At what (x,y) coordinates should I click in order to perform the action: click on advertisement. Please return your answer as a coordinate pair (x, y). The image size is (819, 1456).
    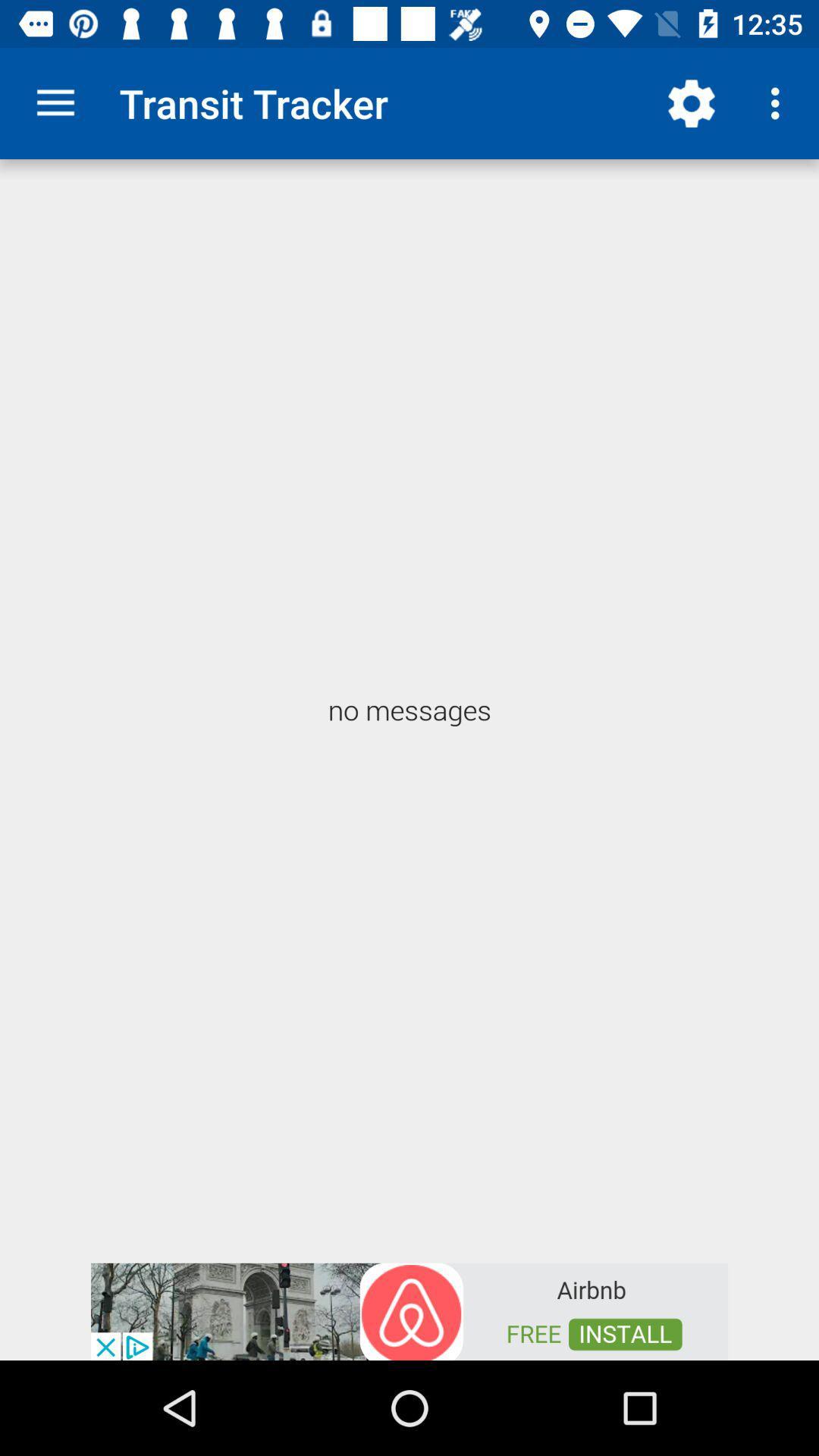
    Looking at the image, I should click on (409, 1310).